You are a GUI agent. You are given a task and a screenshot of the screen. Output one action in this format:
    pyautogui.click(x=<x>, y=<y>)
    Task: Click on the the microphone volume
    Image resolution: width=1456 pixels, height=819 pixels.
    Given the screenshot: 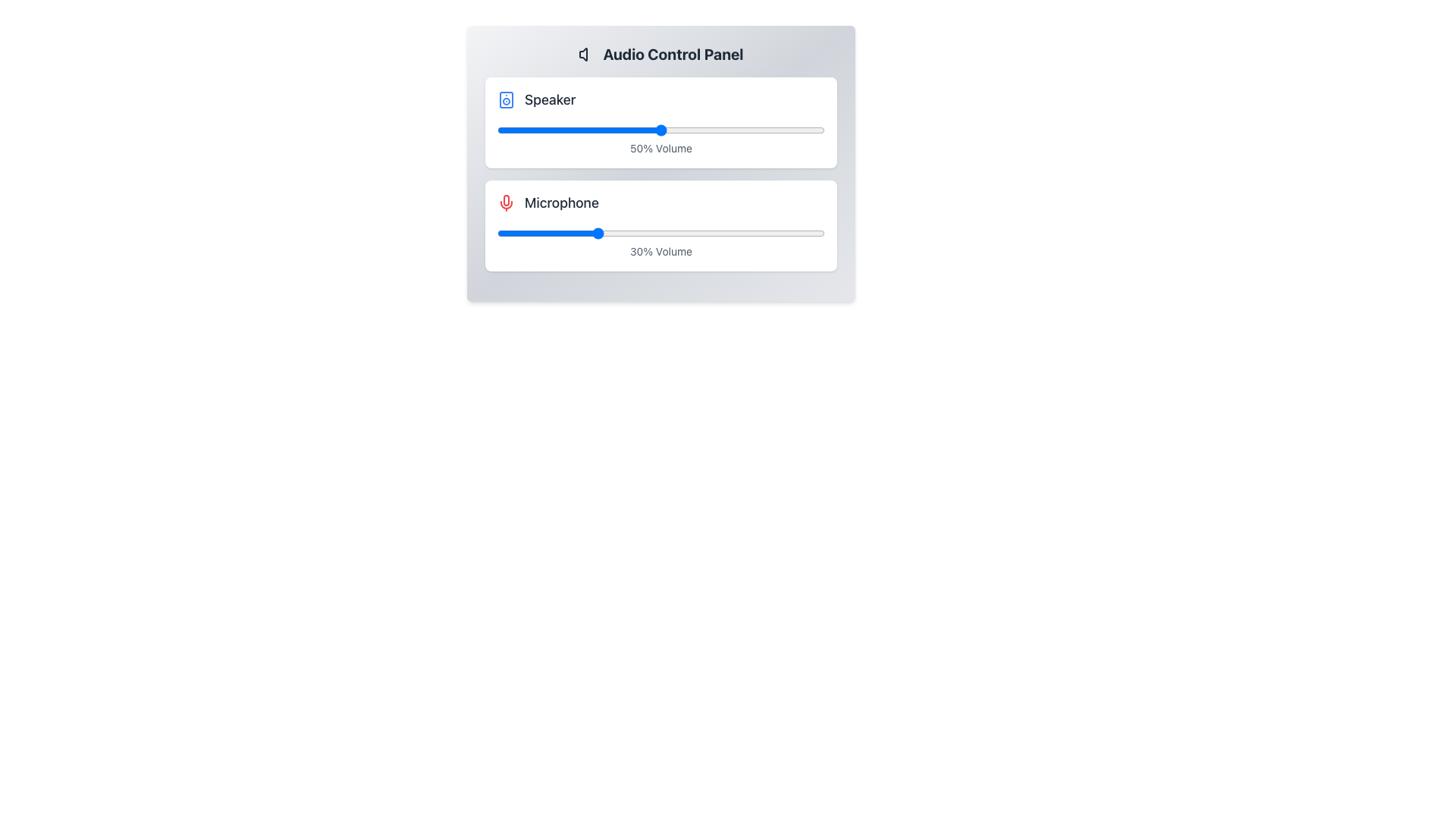 What is the action you would take?
    pyautogui.click(x=713, y=234)
    